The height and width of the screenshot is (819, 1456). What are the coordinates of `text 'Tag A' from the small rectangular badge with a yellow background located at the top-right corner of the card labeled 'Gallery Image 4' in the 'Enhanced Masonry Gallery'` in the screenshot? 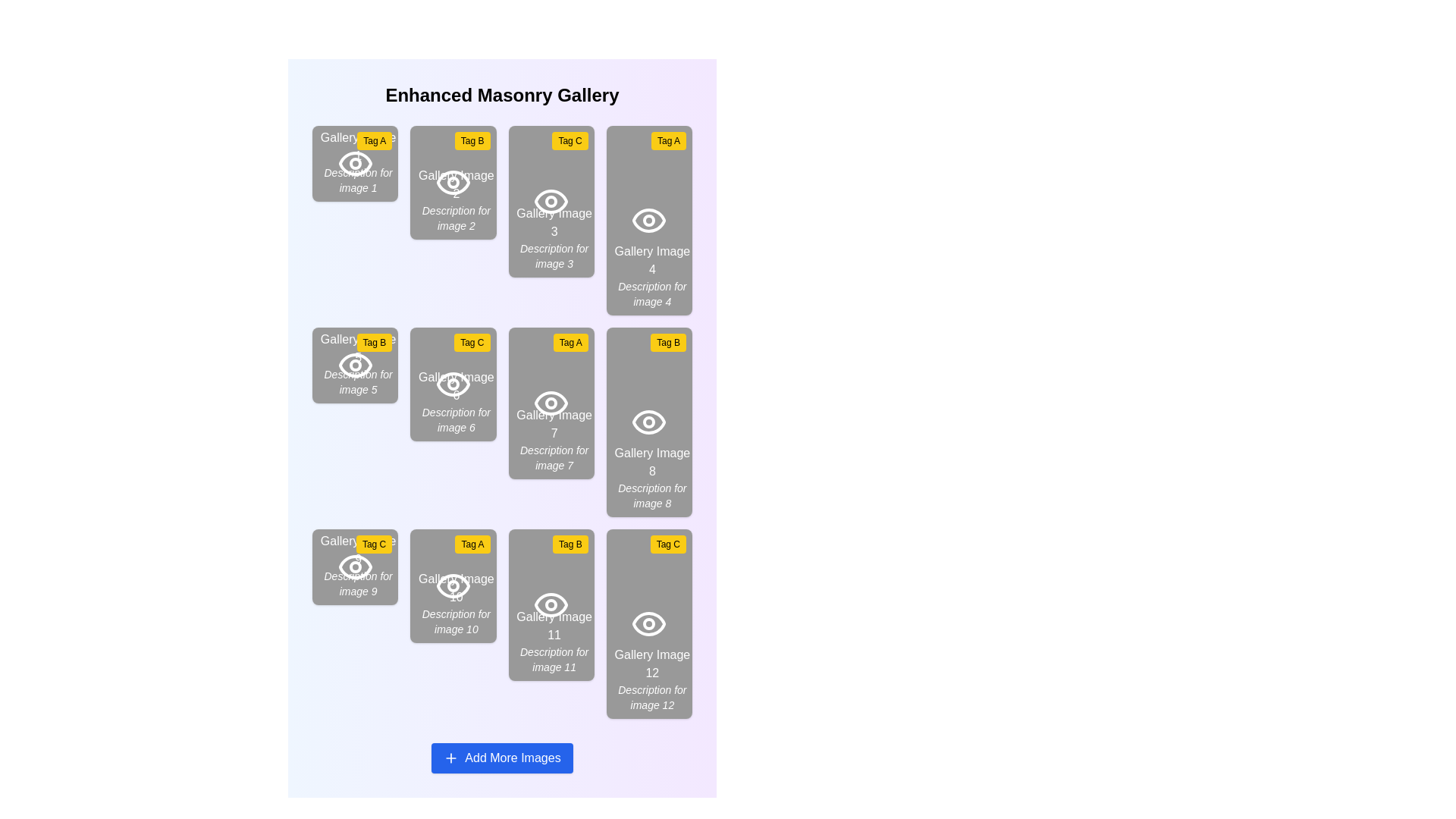 It's located at (668, 140).